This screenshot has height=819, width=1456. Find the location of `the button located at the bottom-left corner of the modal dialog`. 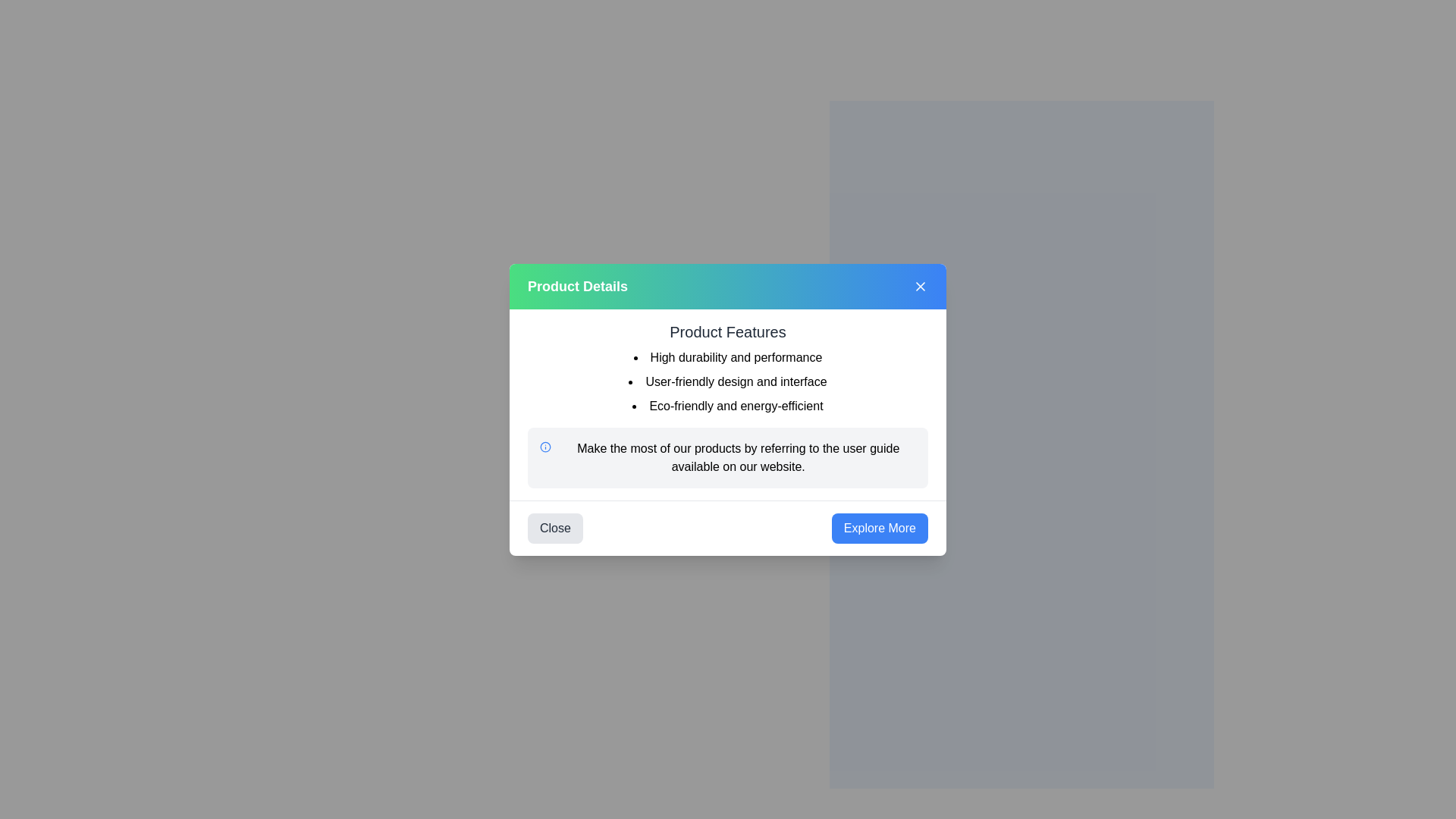

the button located at the bottom-left corner of the modal dialog is located at coordinates (554, 527).